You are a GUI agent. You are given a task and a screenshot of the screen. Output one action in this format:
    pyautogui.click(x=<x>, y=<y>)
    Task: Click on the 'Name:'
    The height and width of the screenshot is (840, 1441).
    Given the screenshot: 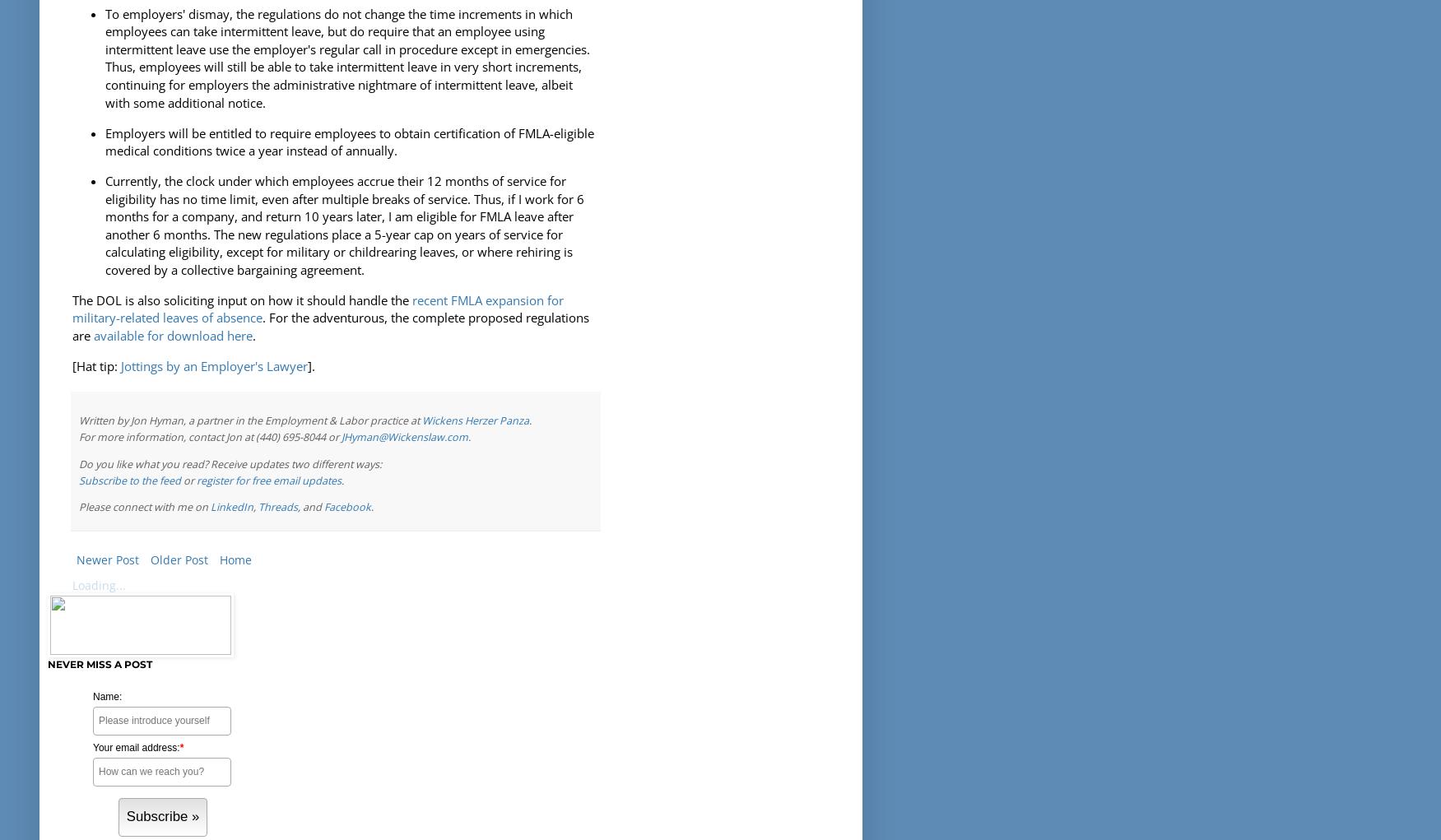 What is the action you would take?
    pyautogui.click(x=108, y=697)
    